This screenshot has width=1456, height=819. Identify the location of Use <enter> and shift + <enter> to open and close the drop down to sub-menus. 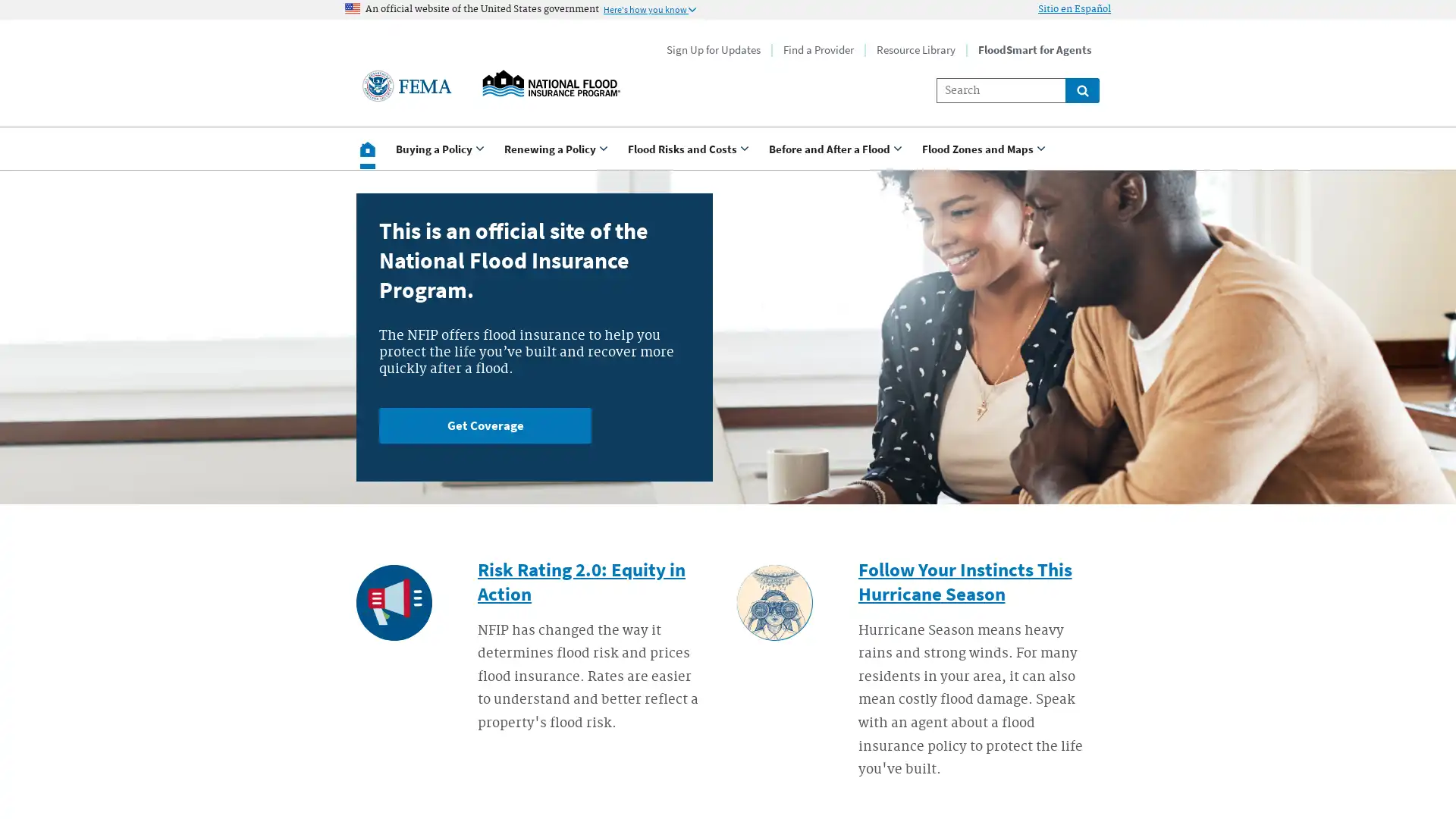
(690, 148).